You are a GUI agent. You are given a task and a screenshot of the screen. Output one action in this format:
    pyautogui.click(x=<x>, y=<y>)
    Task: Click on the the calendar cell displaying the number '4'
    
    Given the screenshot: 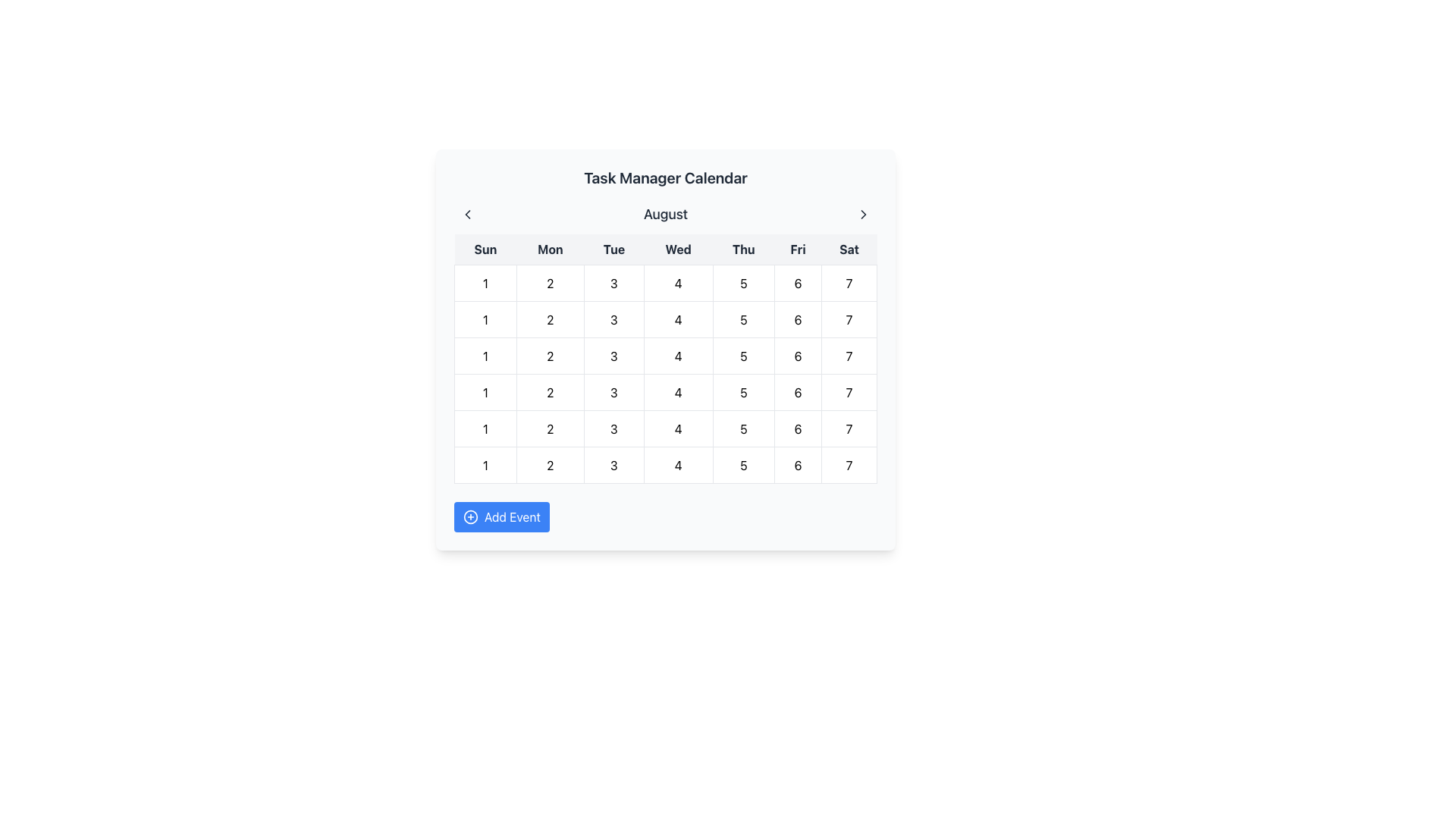 What is the action you would take?
    pyautogui.click(x=677, y=318)
    